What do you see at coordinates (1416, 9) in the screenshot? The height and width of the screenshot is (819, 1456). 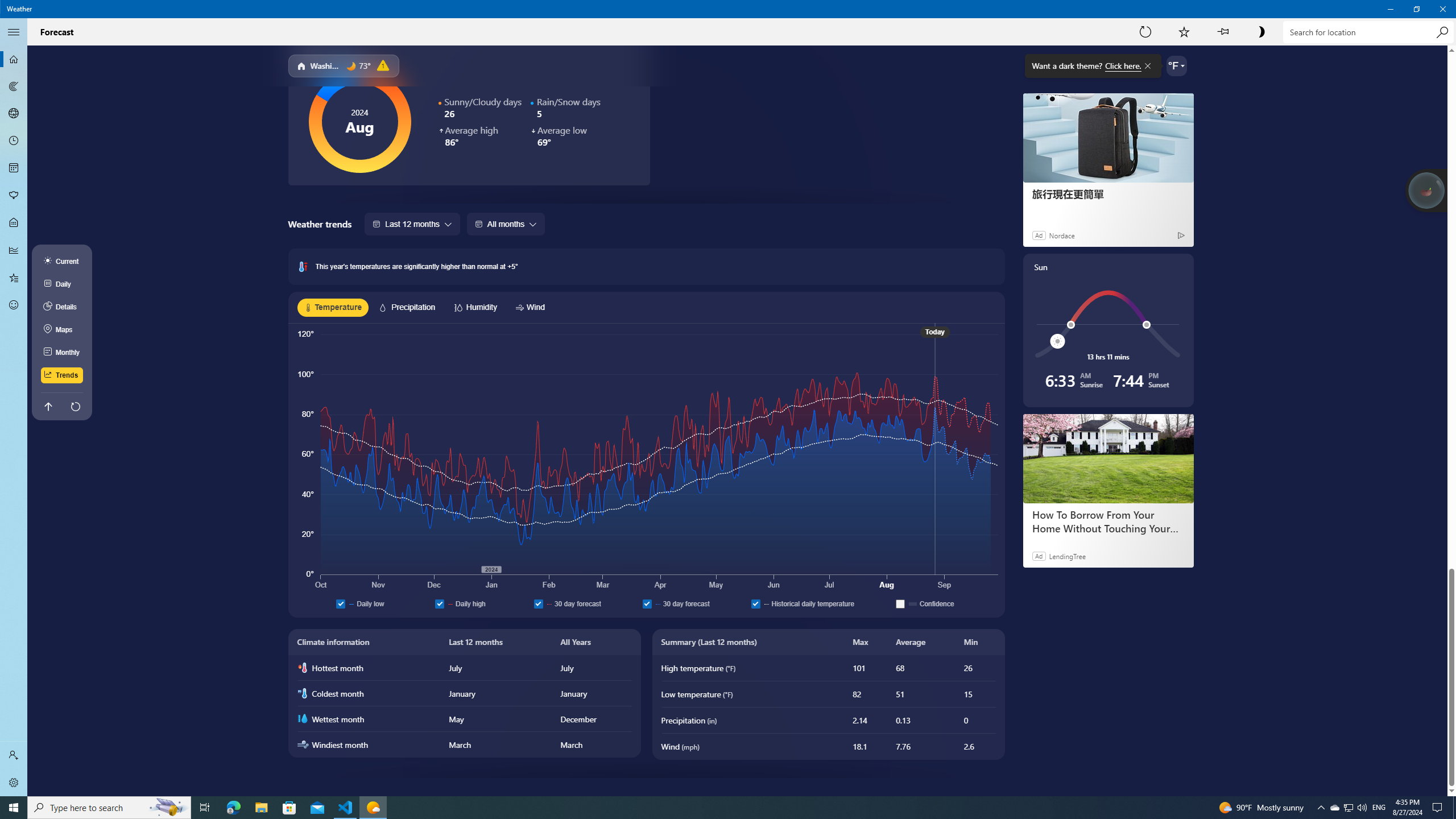 I see `'Restore Weather'` at bounding box center [1416, 9].